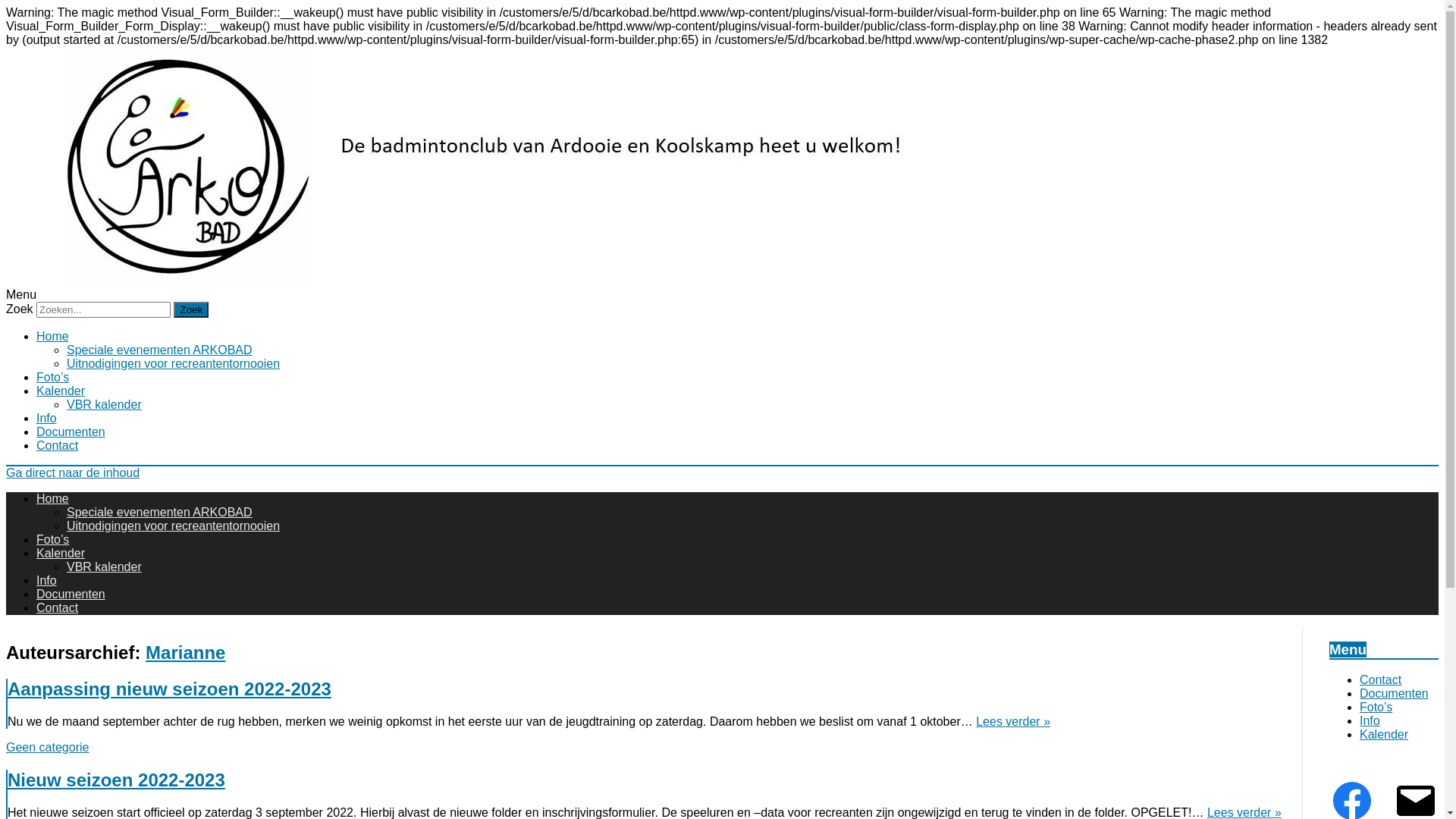  What do you see at coordinates (65, 363) in the screenshot?
I see `'Uitnodigingen voor recreantentornooien'` at bounding box center [65, 363].